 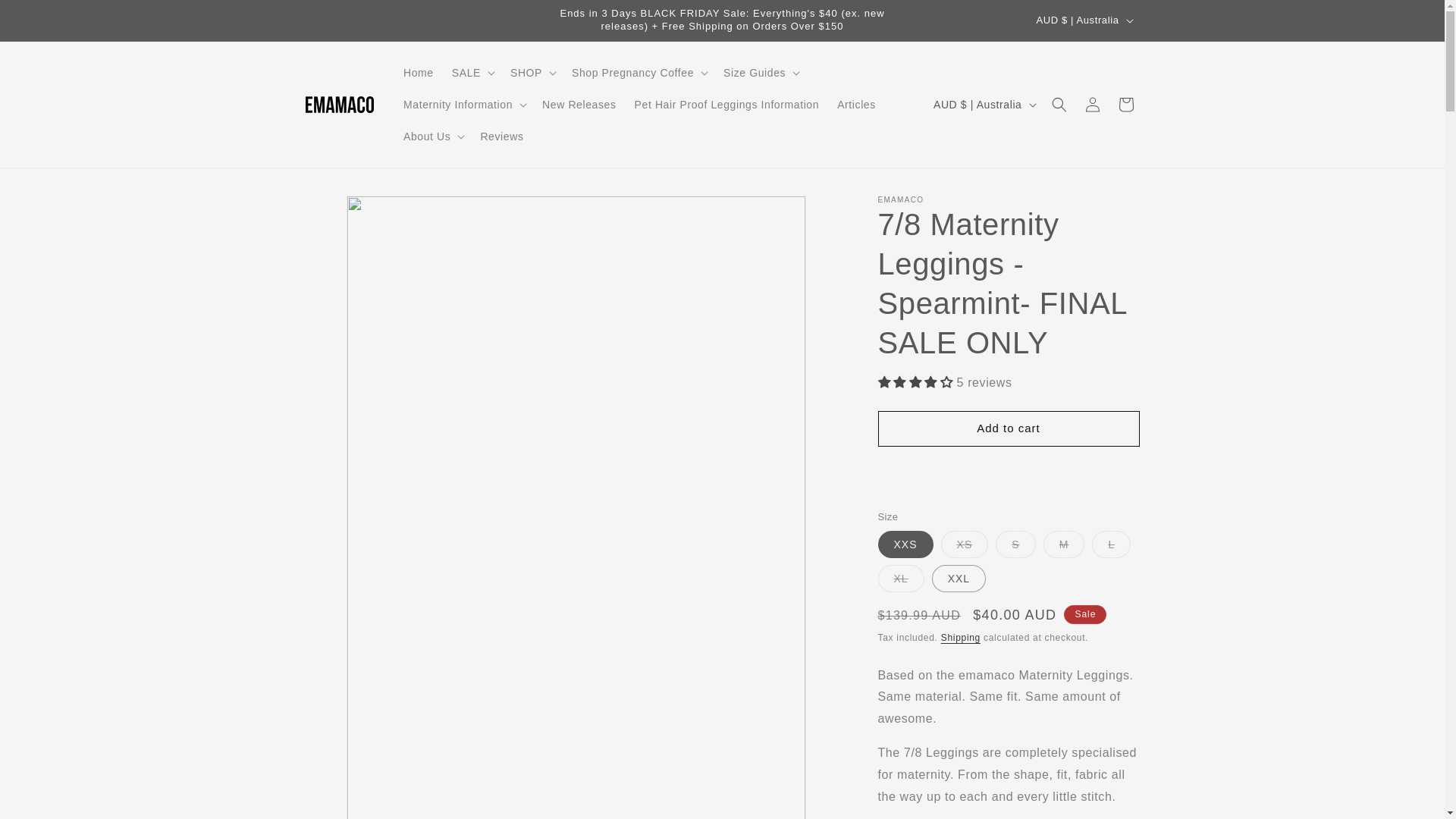 What do you see at coordinates (501, 136) in the screenshot?
I see `'Reviews'` at bounding box center [501, 136].